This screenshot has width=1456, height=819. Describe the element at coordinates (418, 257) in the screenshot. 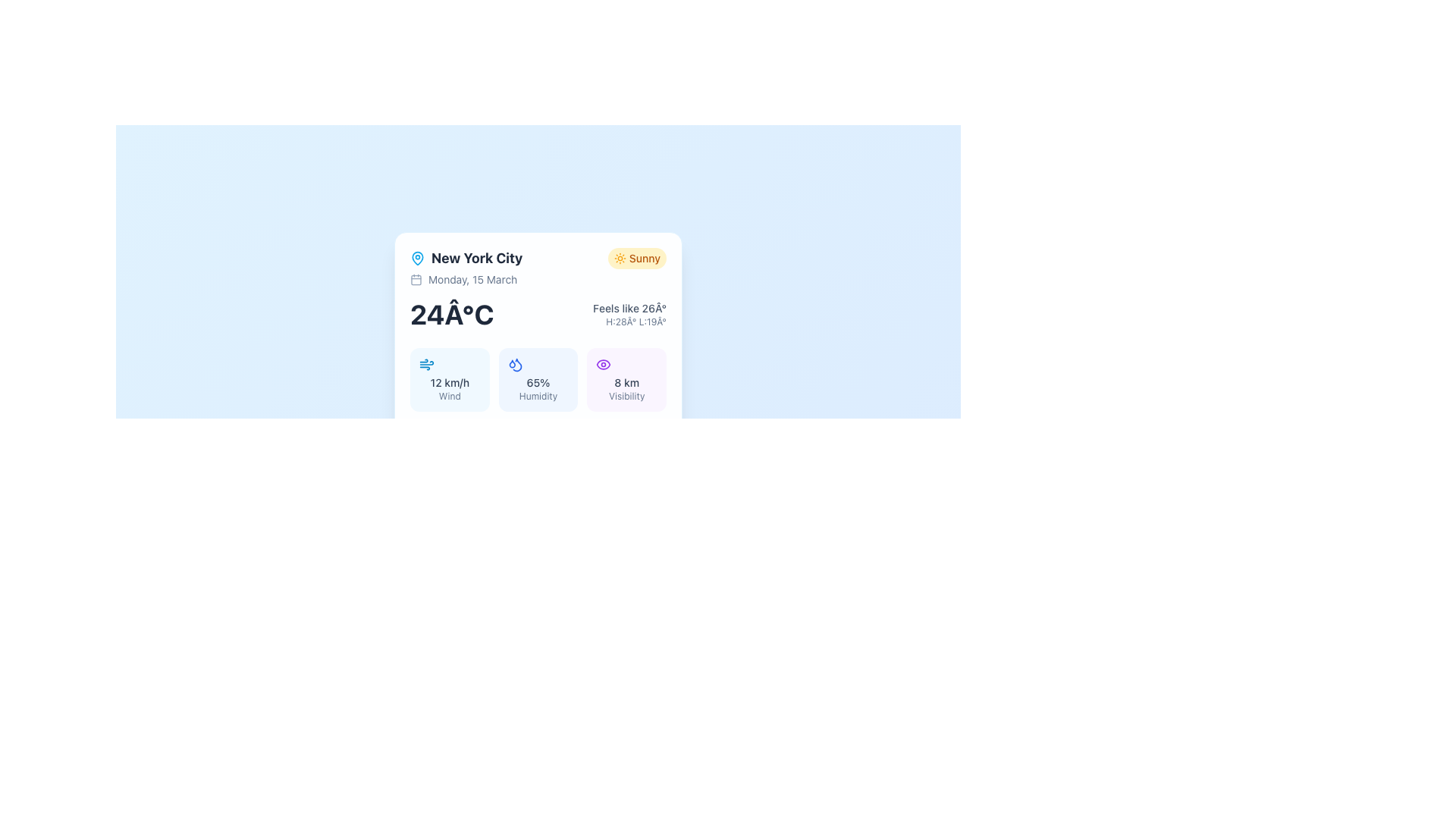

I see `the small pin-shaped icon resembling a location marker with a blue outline, located next to the text 'New York City'` at that location.